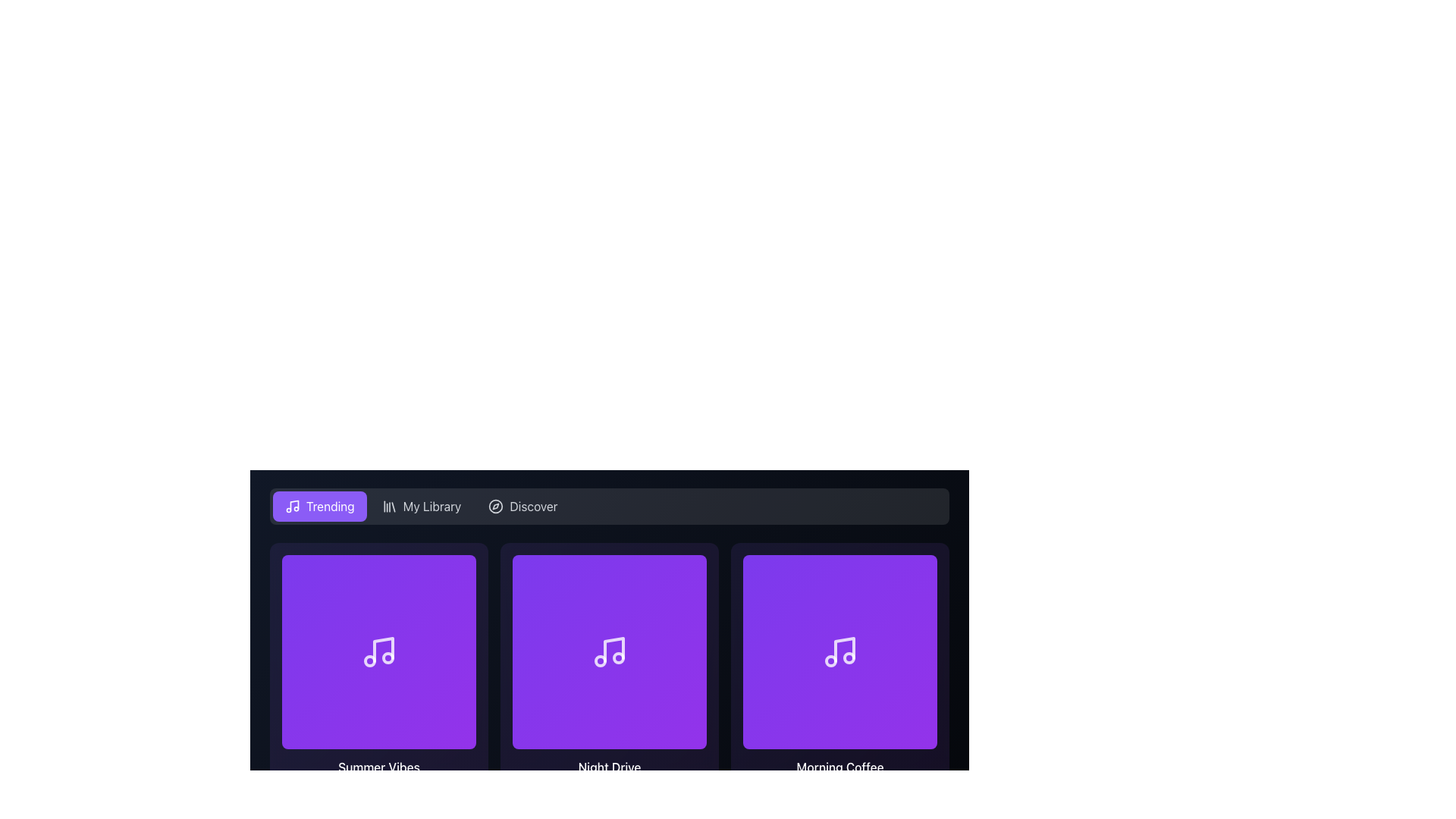 The width and height of the screenshot is (1456, 819). What do you see at coordinates (329, 506) in the screenshot?
I see `the 'Trending' text label in the navigation menu` at bounding box center [329, 506].